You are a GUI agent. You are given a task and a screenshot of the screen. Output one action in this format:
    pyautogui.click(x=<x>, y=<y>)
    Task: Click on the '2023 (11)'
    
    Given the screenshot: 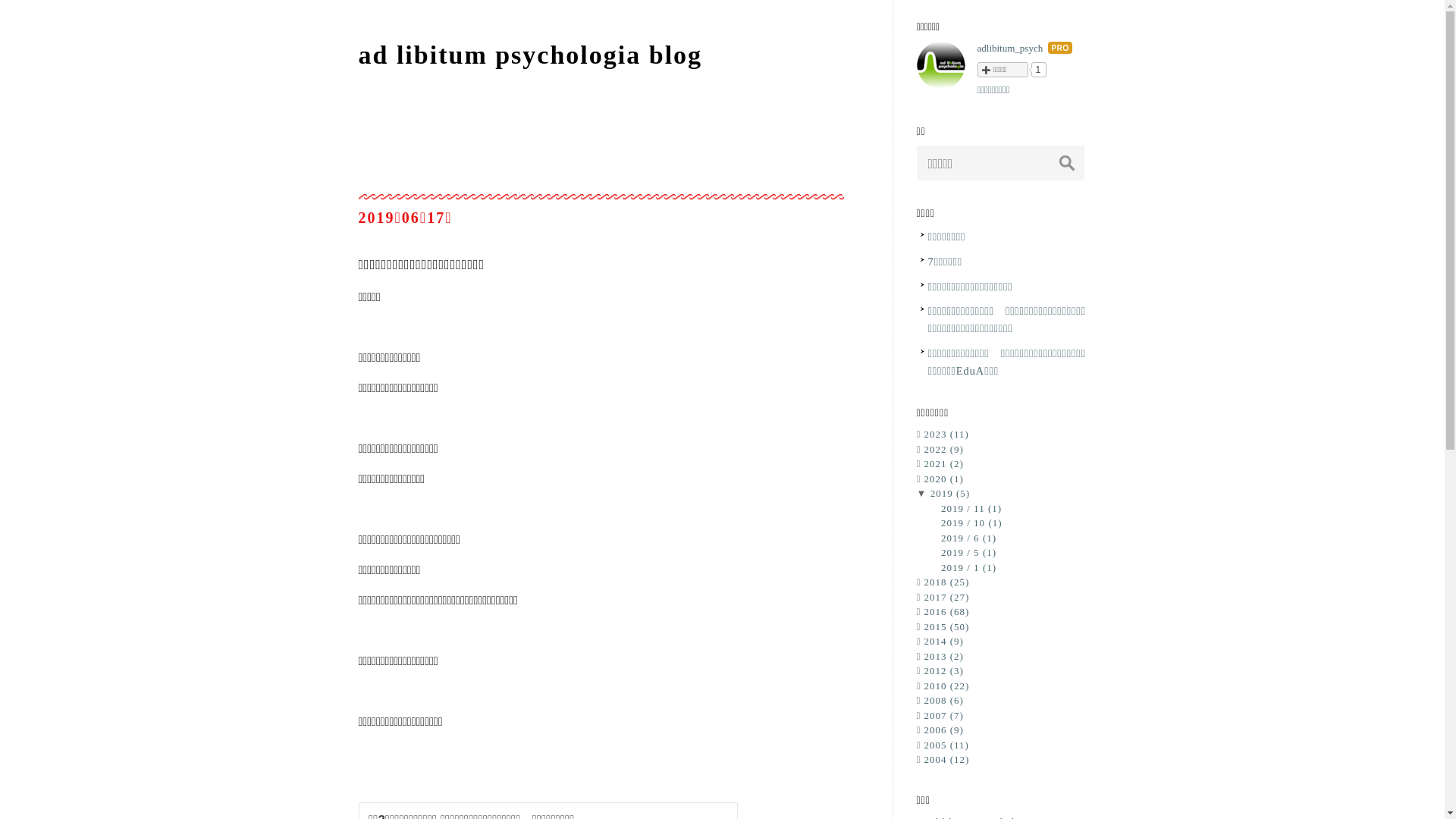 What is the action you would take?
    pyautogui.click(x=945, y=434)
    